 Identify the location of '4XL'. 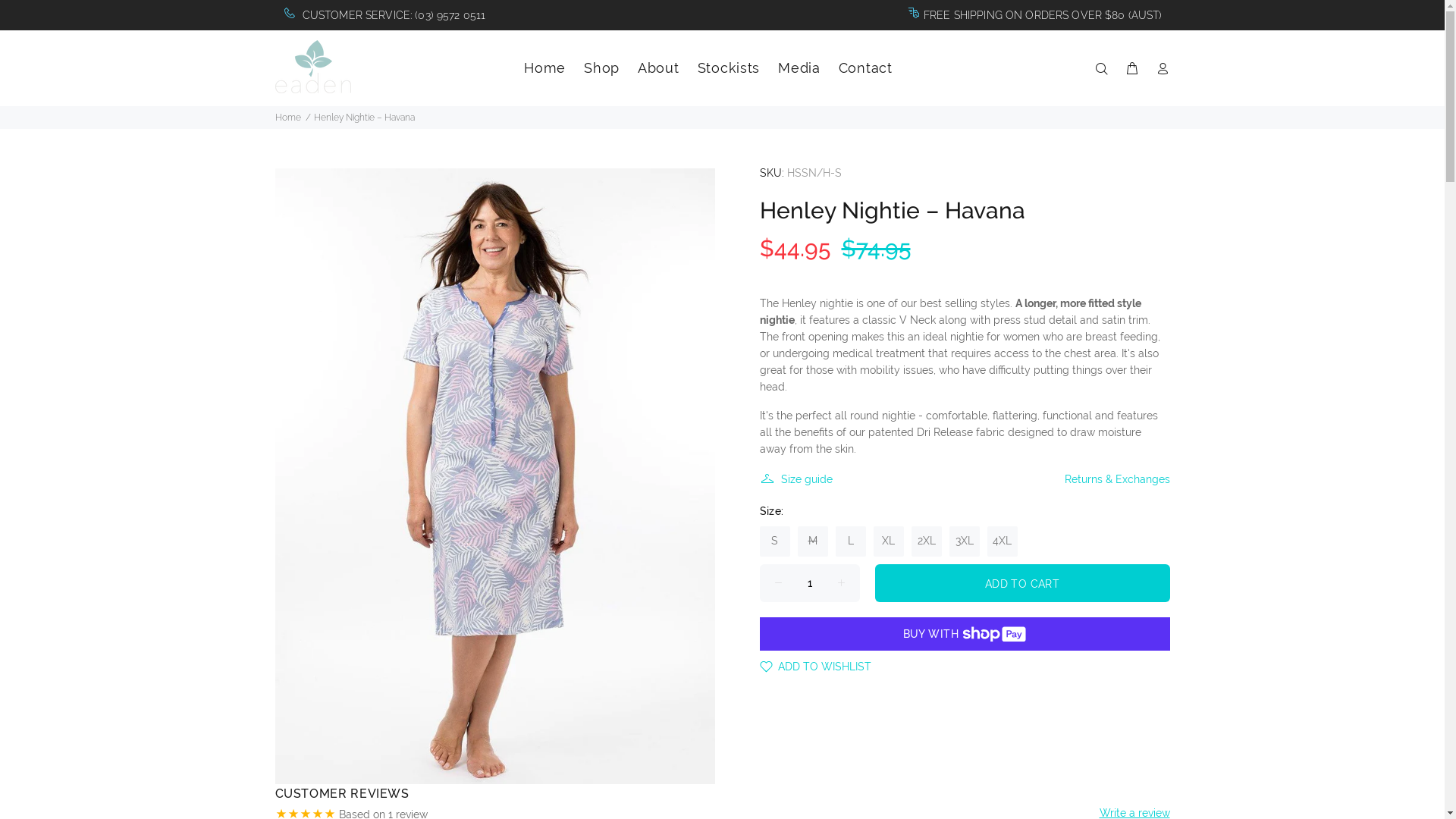
(1002, 540).